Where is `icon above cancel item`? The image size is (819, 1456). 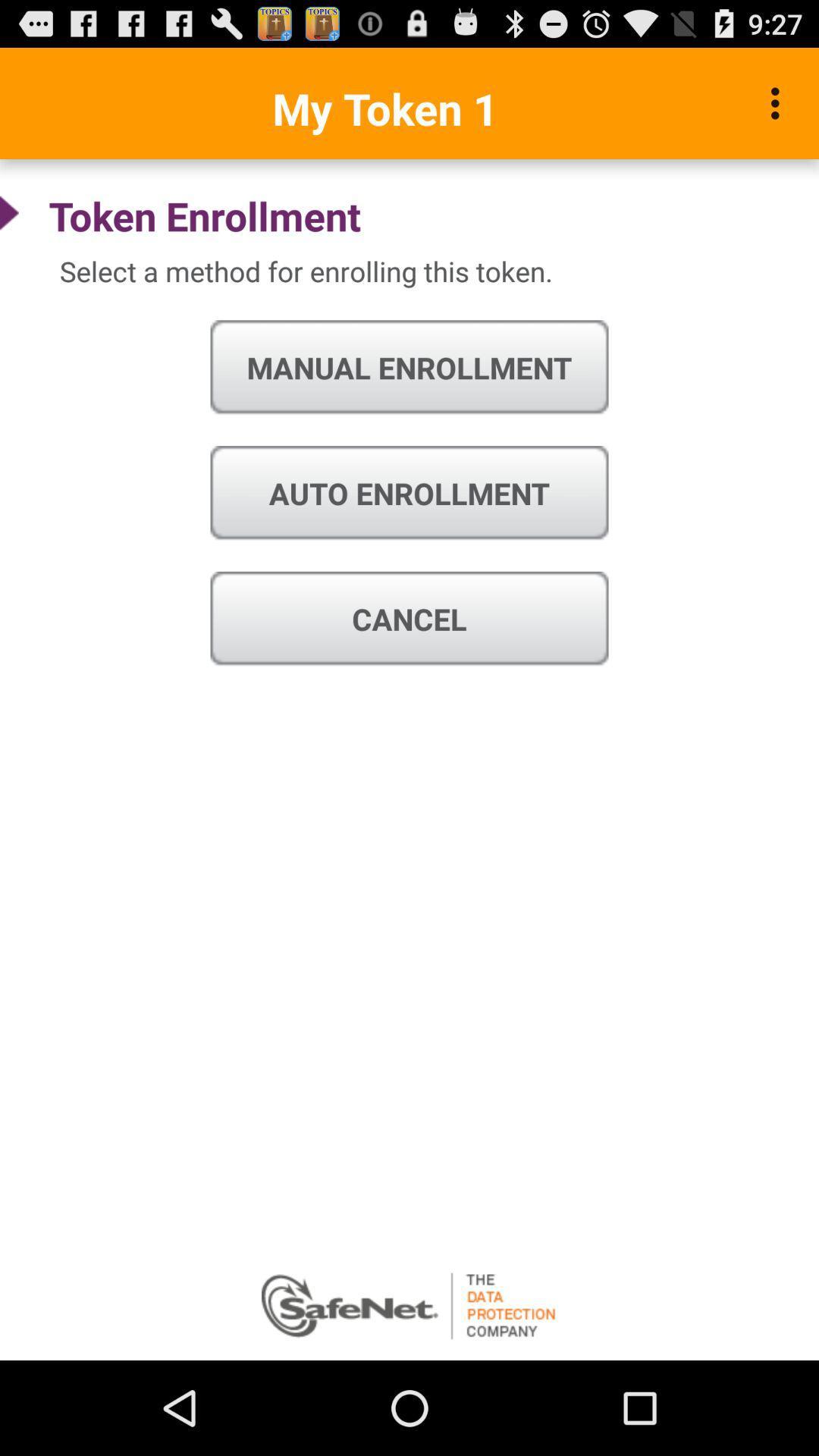 icon above cancel item is located at coordinates (409, 494).